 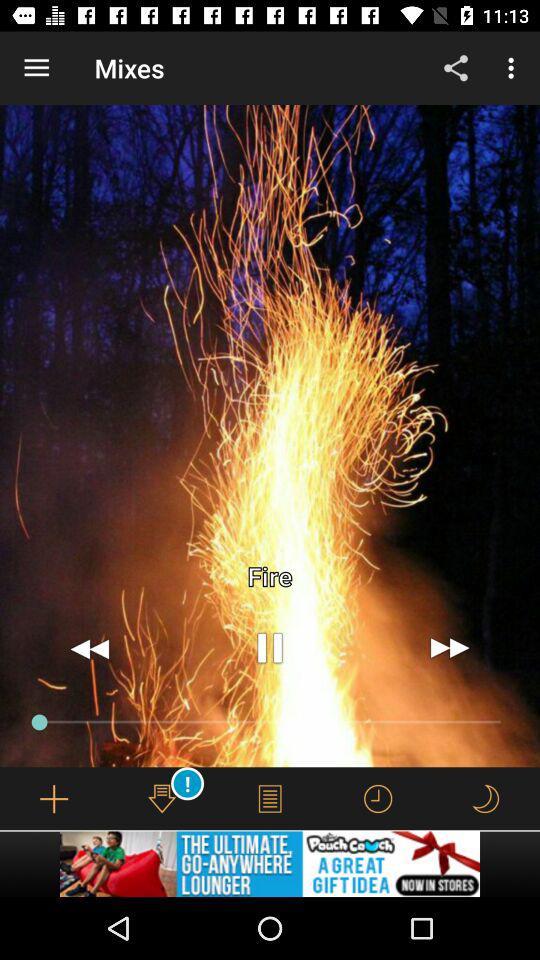 What do you see at coordinates (89, 647) in the screenshot?
I see `goes back in time in the video` at bounding box center [89, 647].